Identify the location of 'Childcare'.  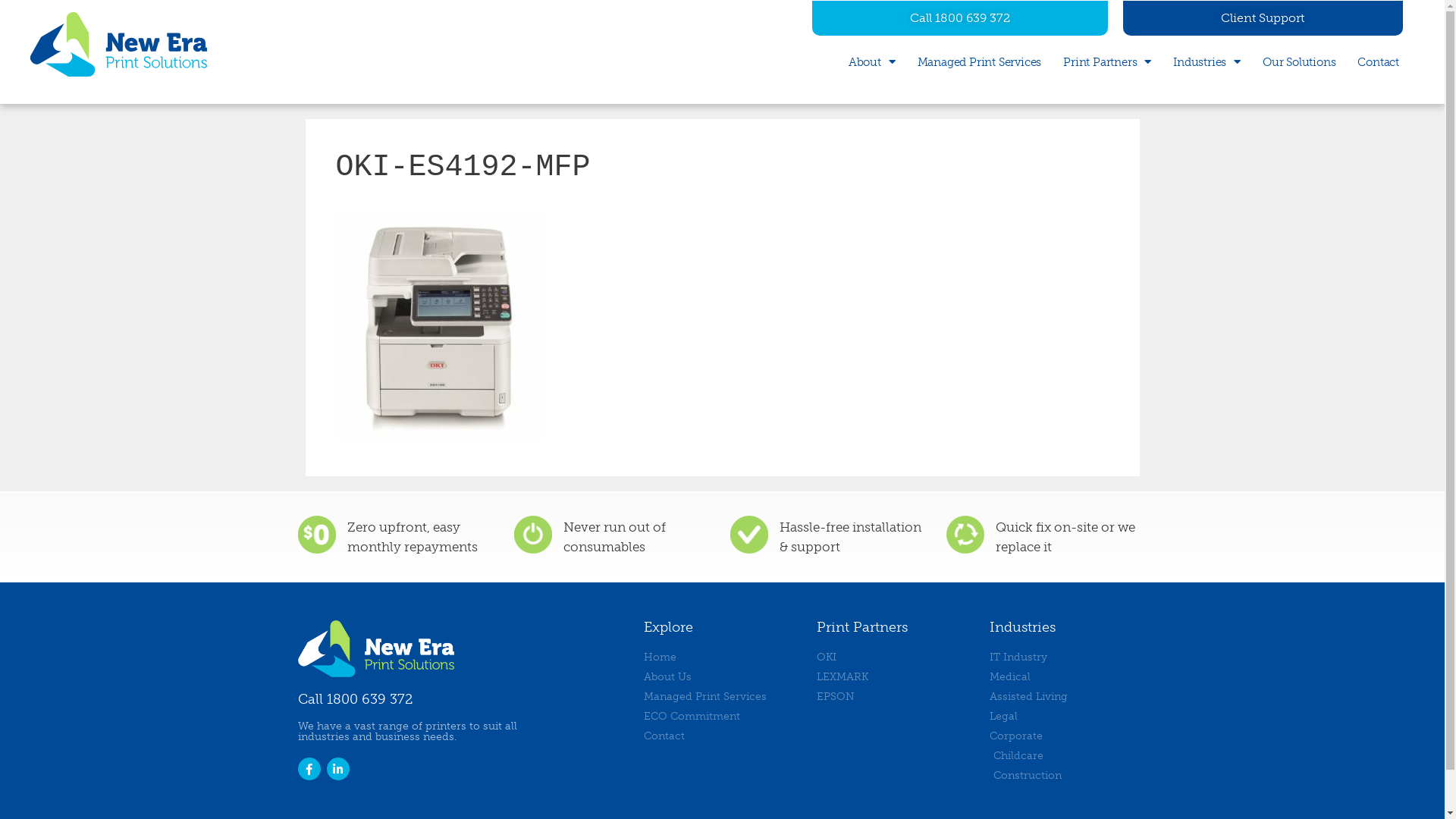
(1066, 755).